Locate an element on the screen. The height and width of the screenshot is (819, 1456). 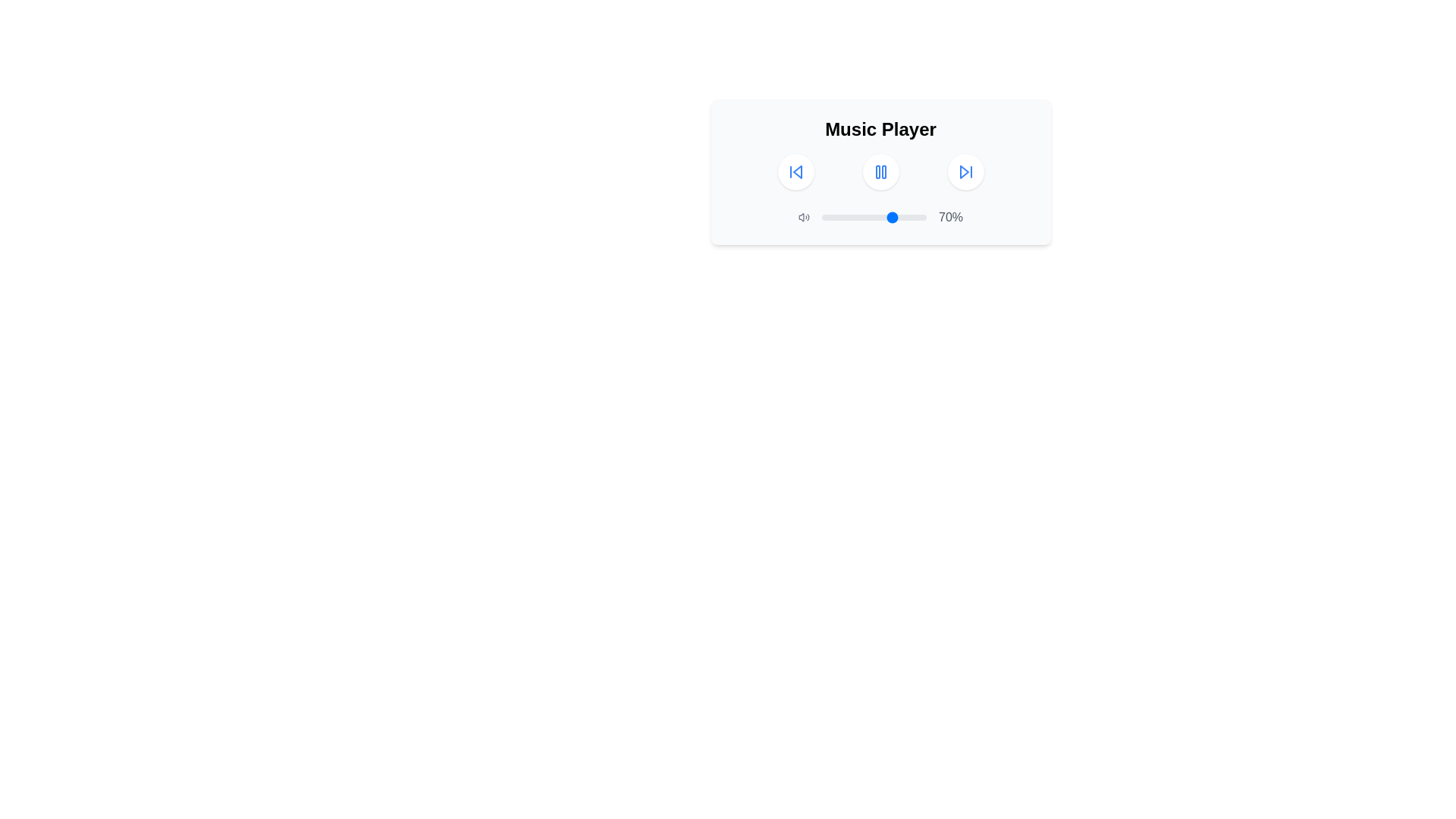
the leftmost triangular arrow button in the media playback controls of the 'Music Player' section is located at coordinates (796, 171).